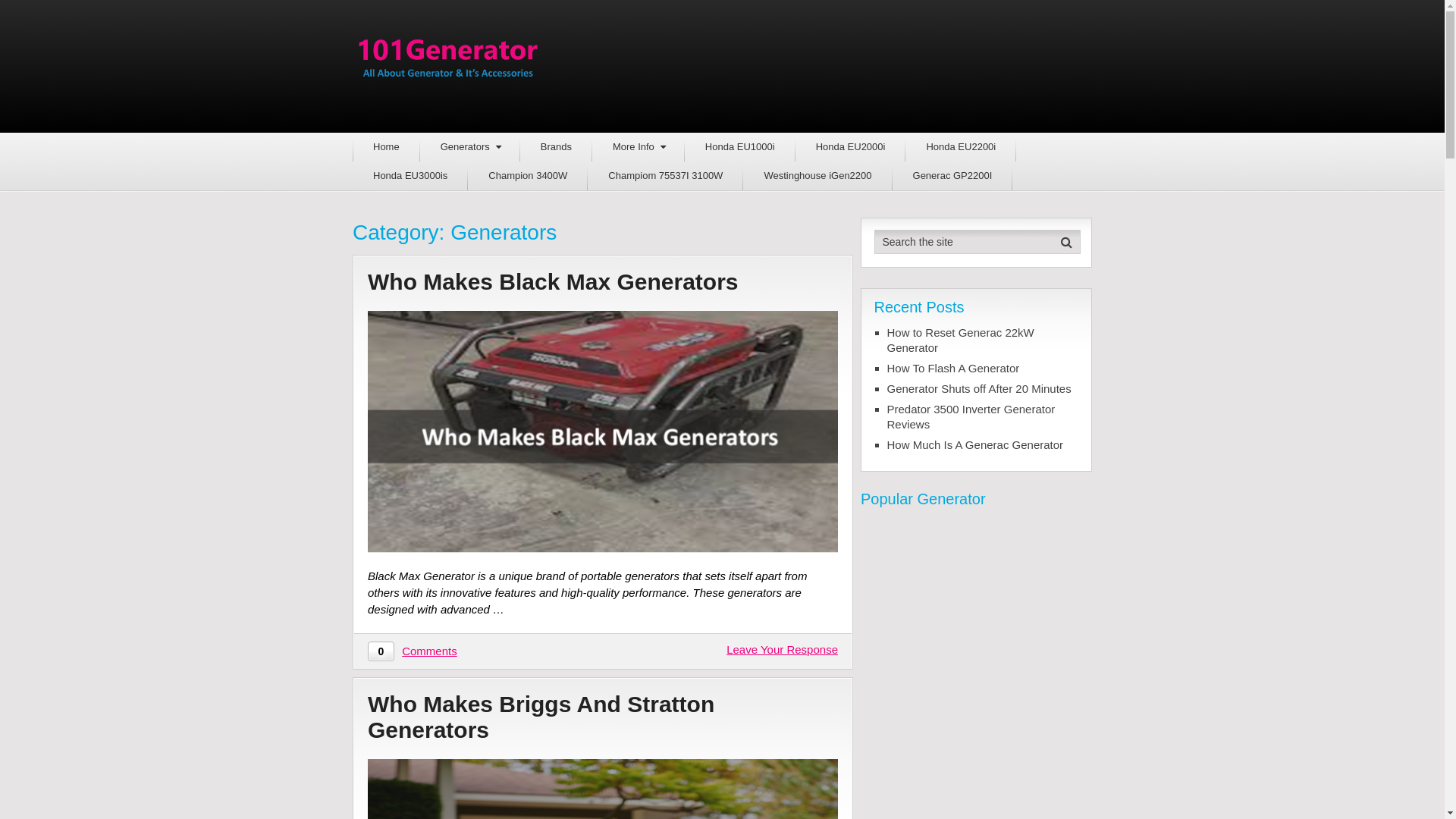 The image size is (1456, 819). What do you see at coordinates (428, 650) in the screenshot?
I see `'Comments'` at bounding box center [428, 650].